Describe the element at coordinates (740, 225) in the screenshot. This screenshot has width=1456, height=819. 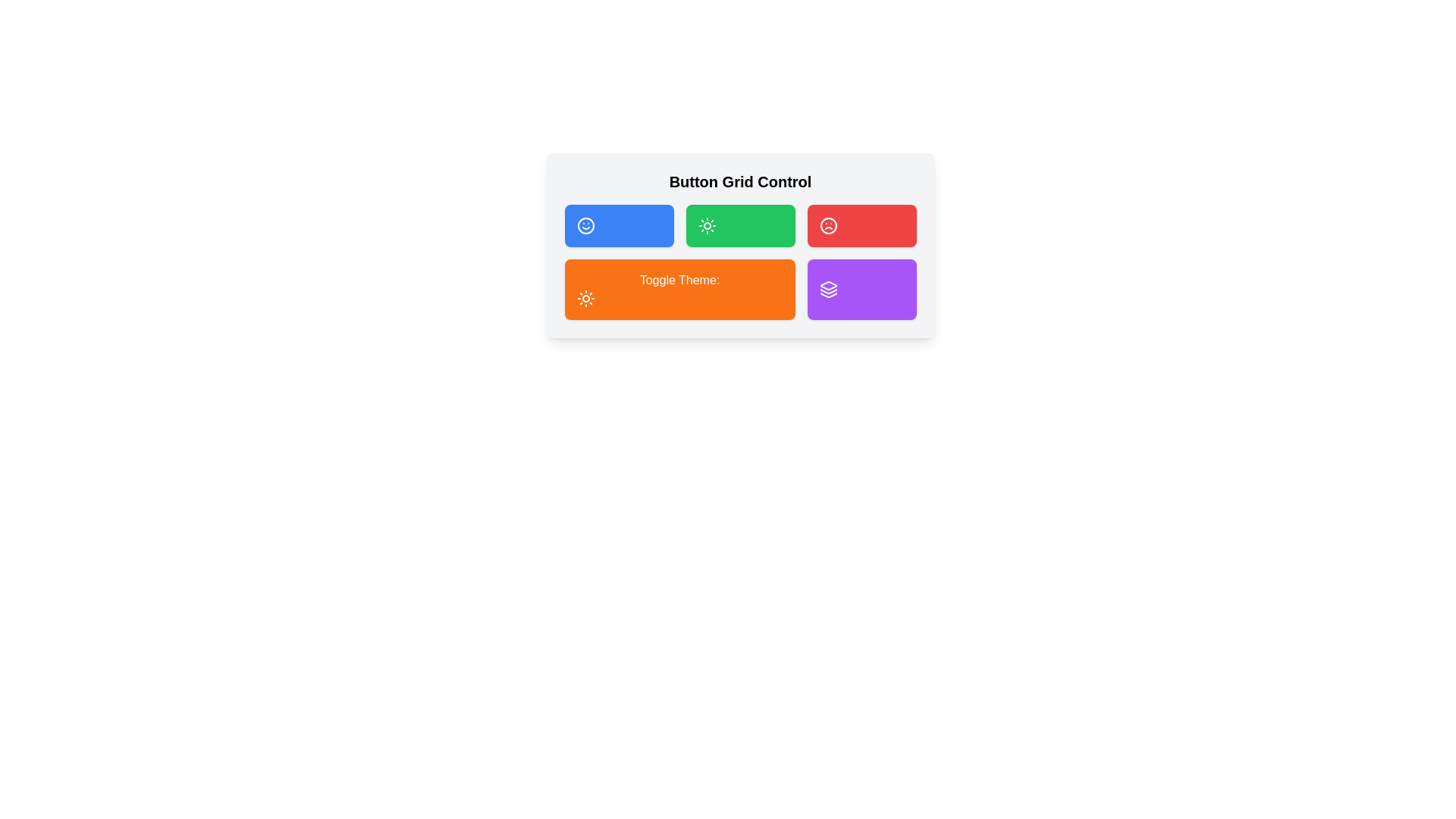
I see `the second button in the top row of the 'Button Grid Control'` at that location.